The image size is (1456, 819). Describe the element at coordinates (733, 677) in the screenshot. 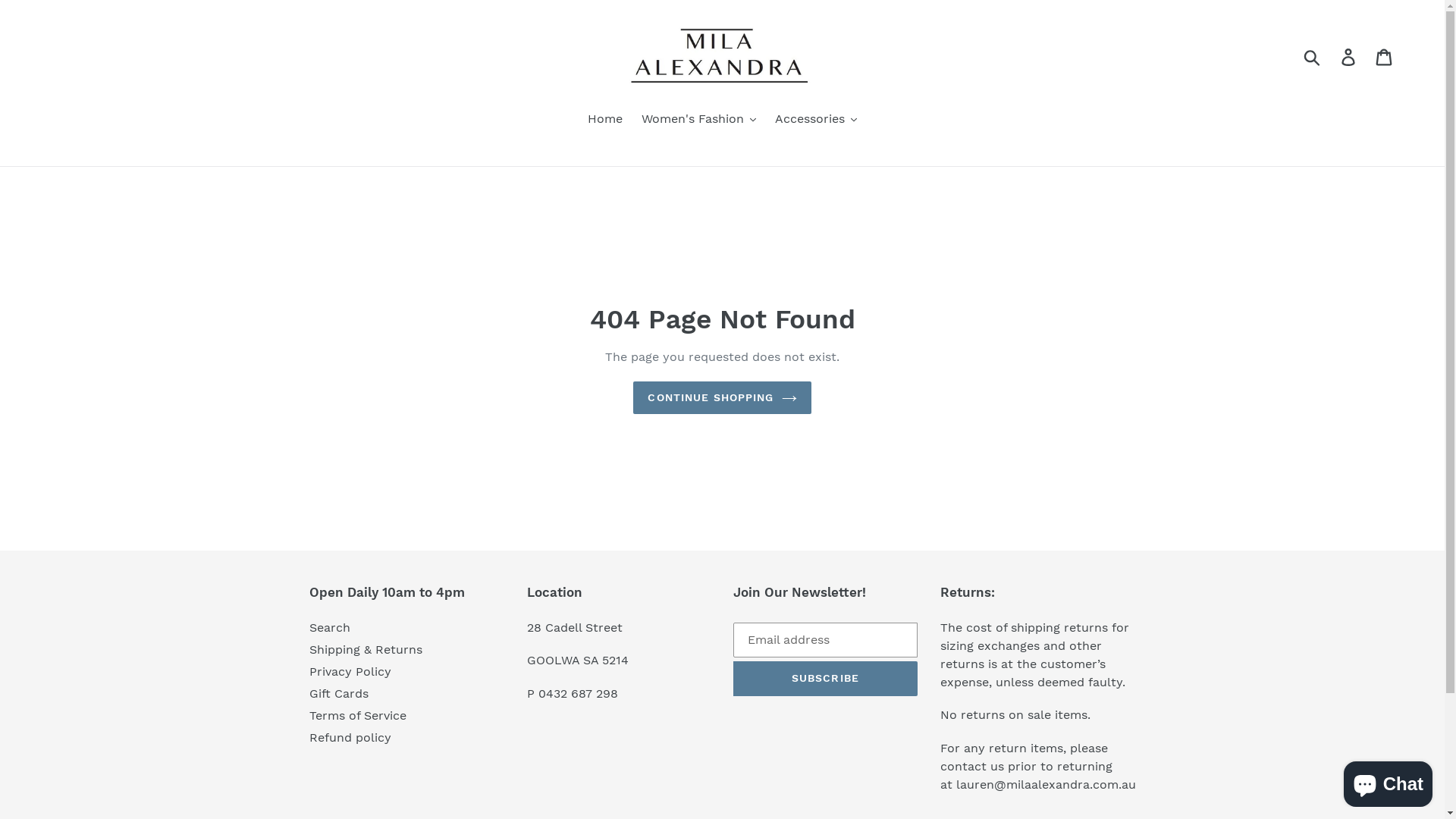

I see `'SUBSCRIBE'` at that location.